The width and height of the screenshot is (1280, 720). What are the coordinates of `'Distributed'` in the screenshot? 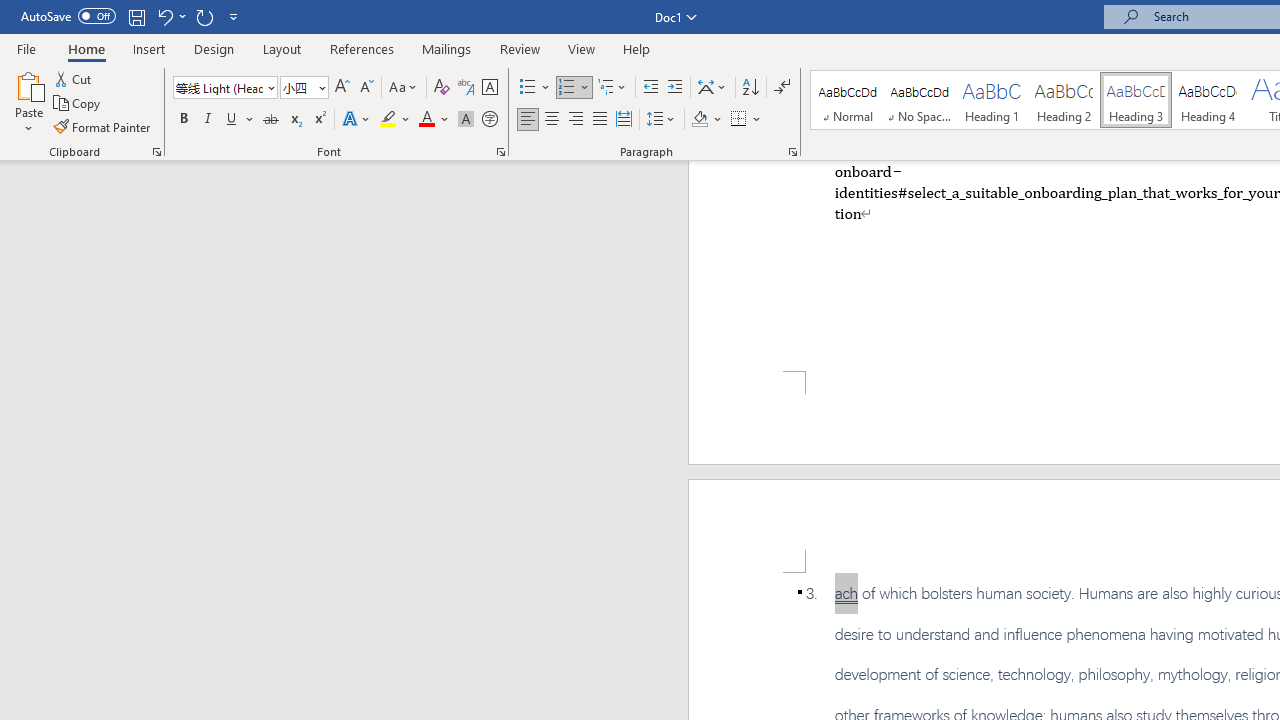 It's located at (623, 119).